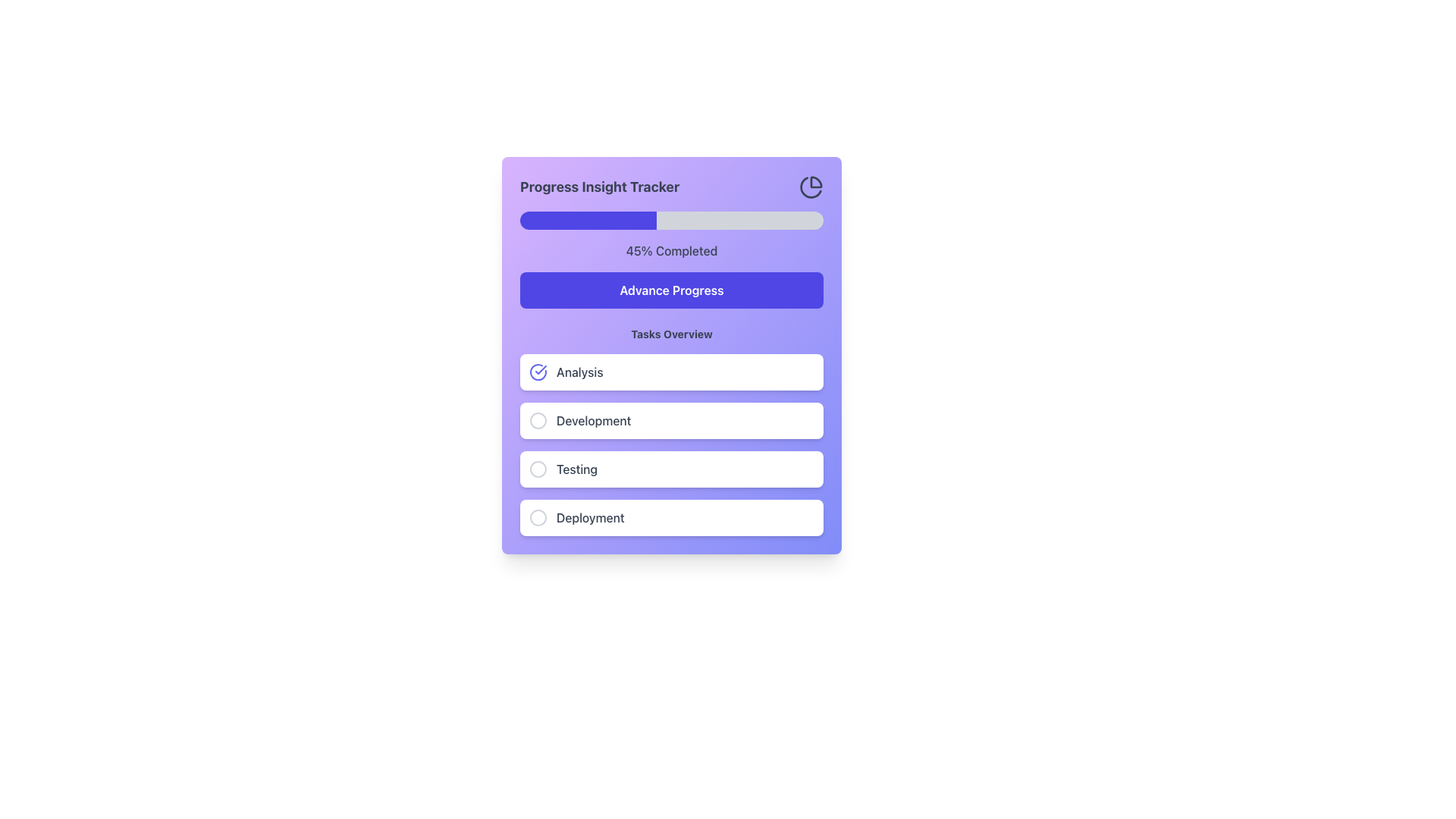 This screenshot has height=819, width=1456. What do you see at coordinates (671, 186) in the screenshot?
I see `the header element labeled 'Progress Insight Tracker' with a pie chart icon on the right, located at the top-center of the card interface` at bounding box center [671, 186].